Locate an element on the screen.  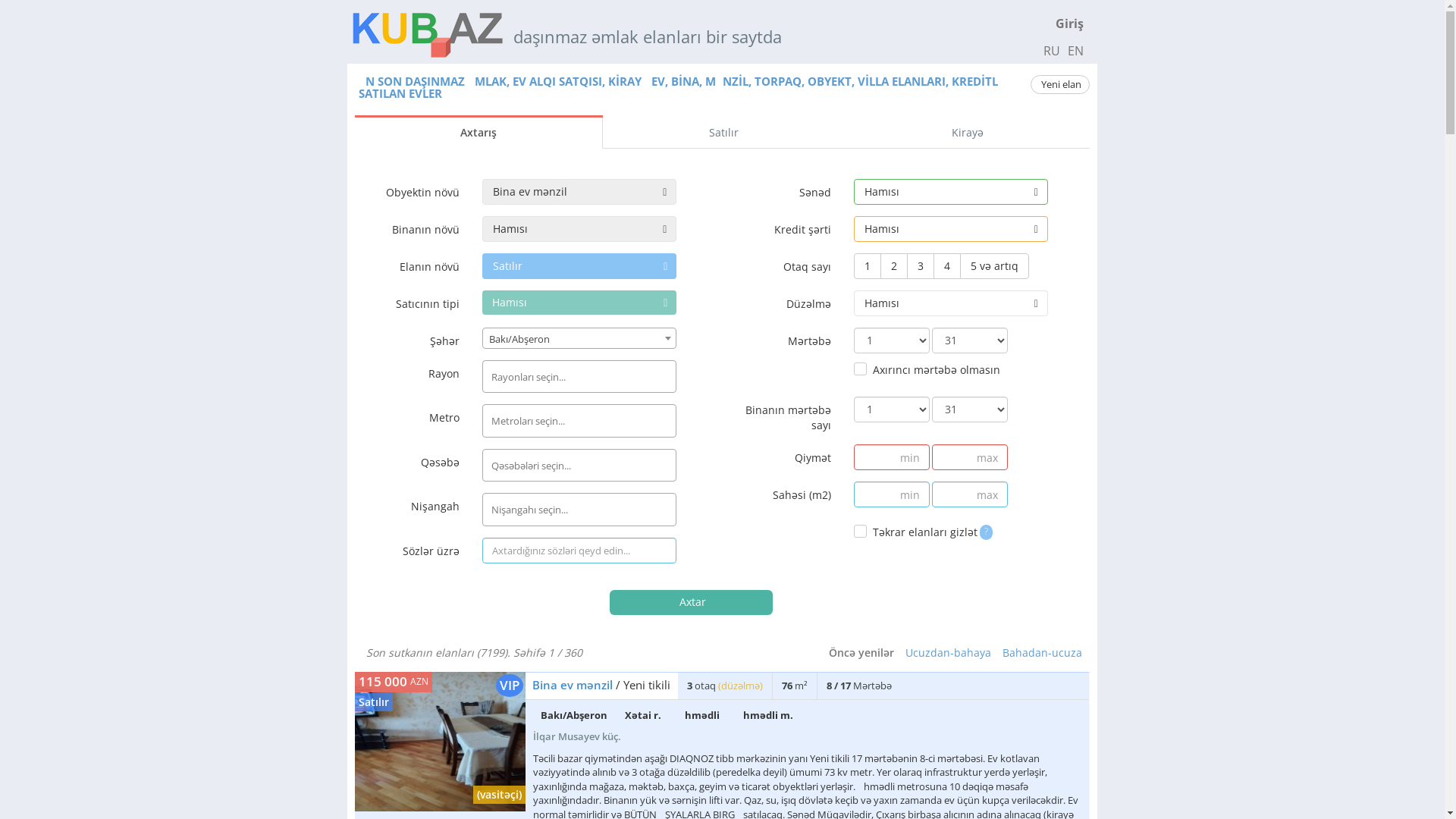
'Ucuzdan-bahaya' is located at coordinates (947, 651).